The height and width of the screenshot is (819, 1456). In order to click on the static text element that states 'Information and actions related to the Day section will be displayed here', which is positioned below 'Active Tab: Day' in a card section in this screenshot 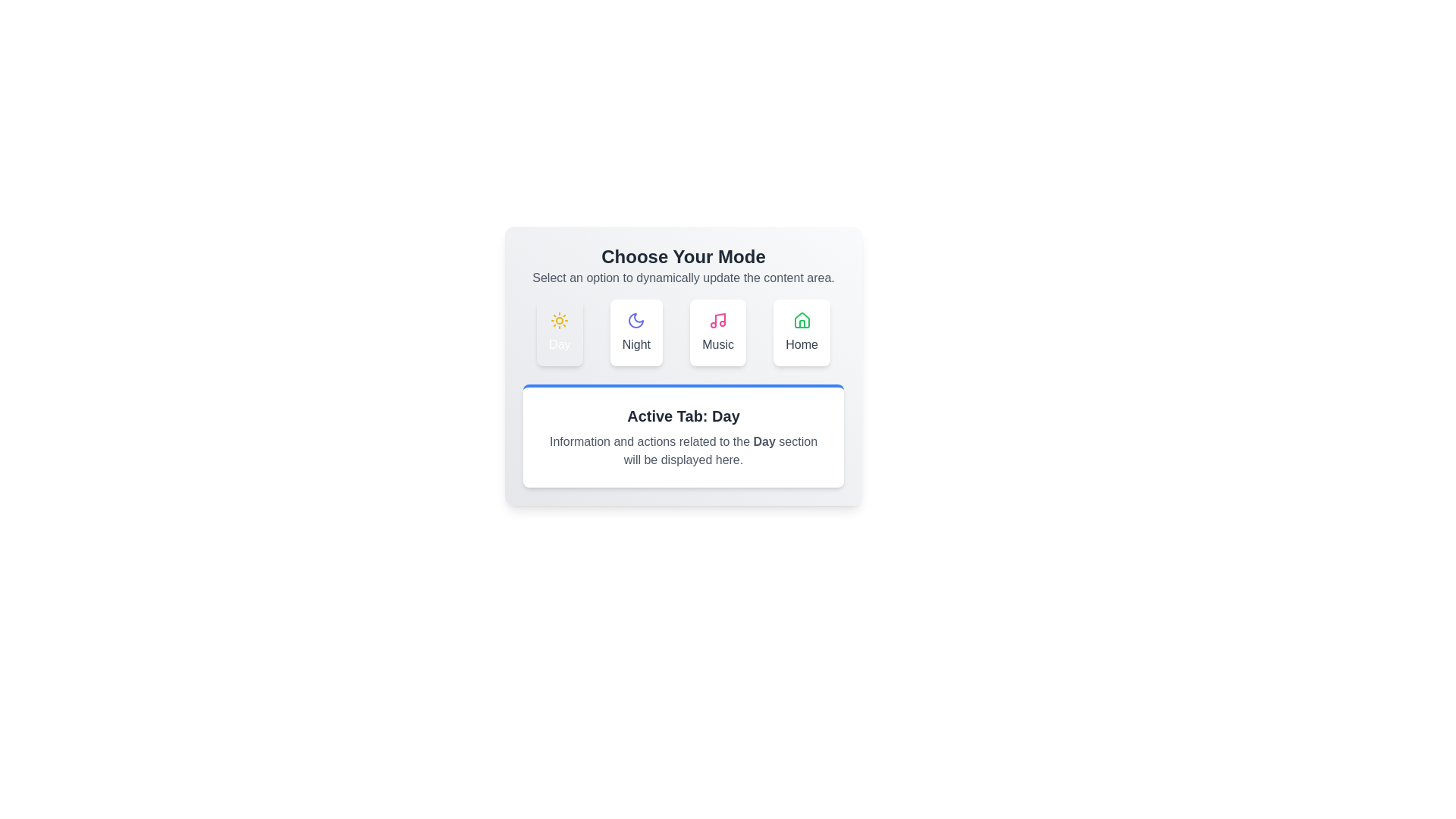, I will do `click(682, 450)`.